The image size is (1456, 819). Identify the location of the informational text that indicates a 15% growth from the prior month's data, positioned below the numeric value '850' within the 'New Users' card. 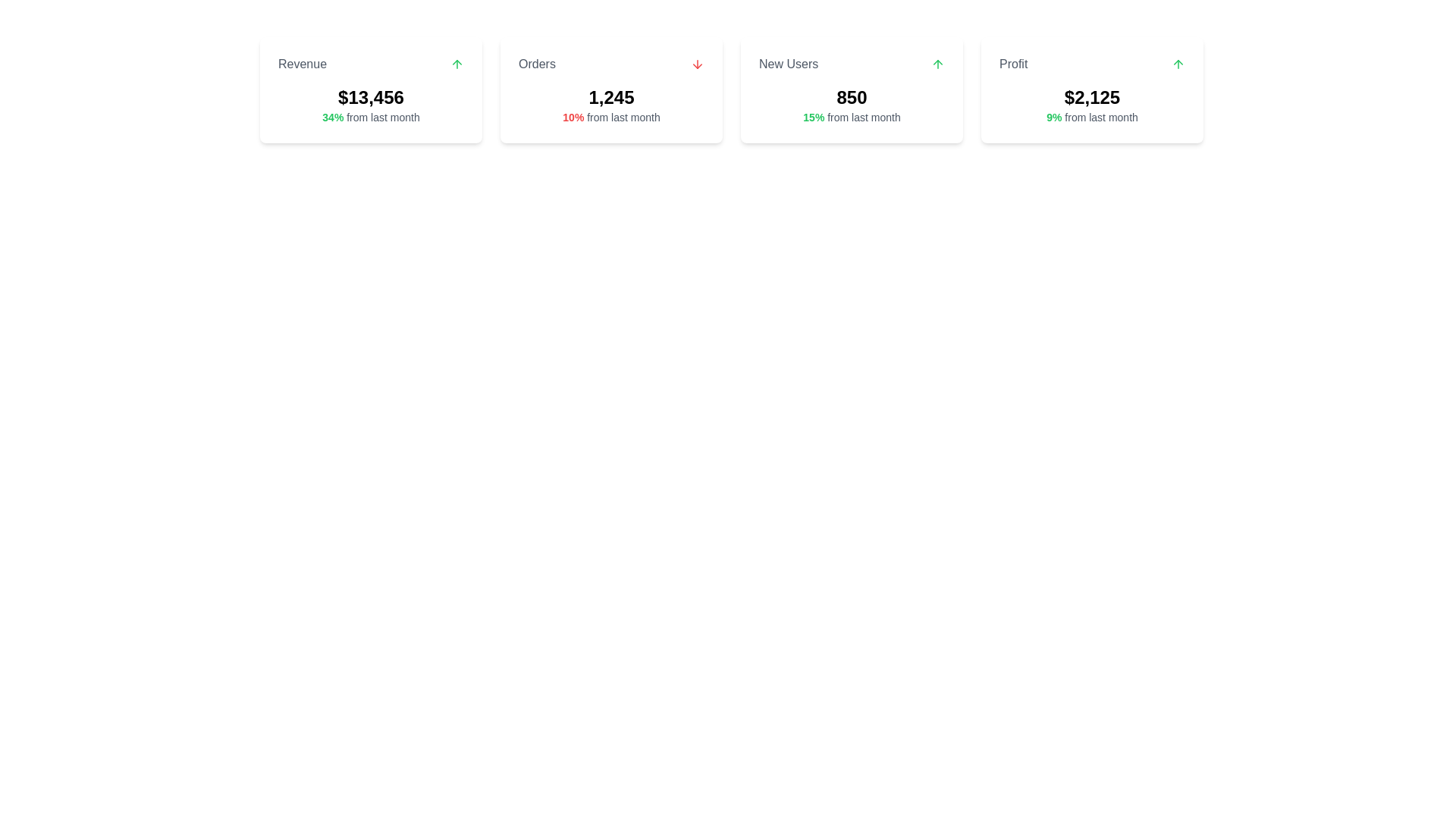
(852, 116).